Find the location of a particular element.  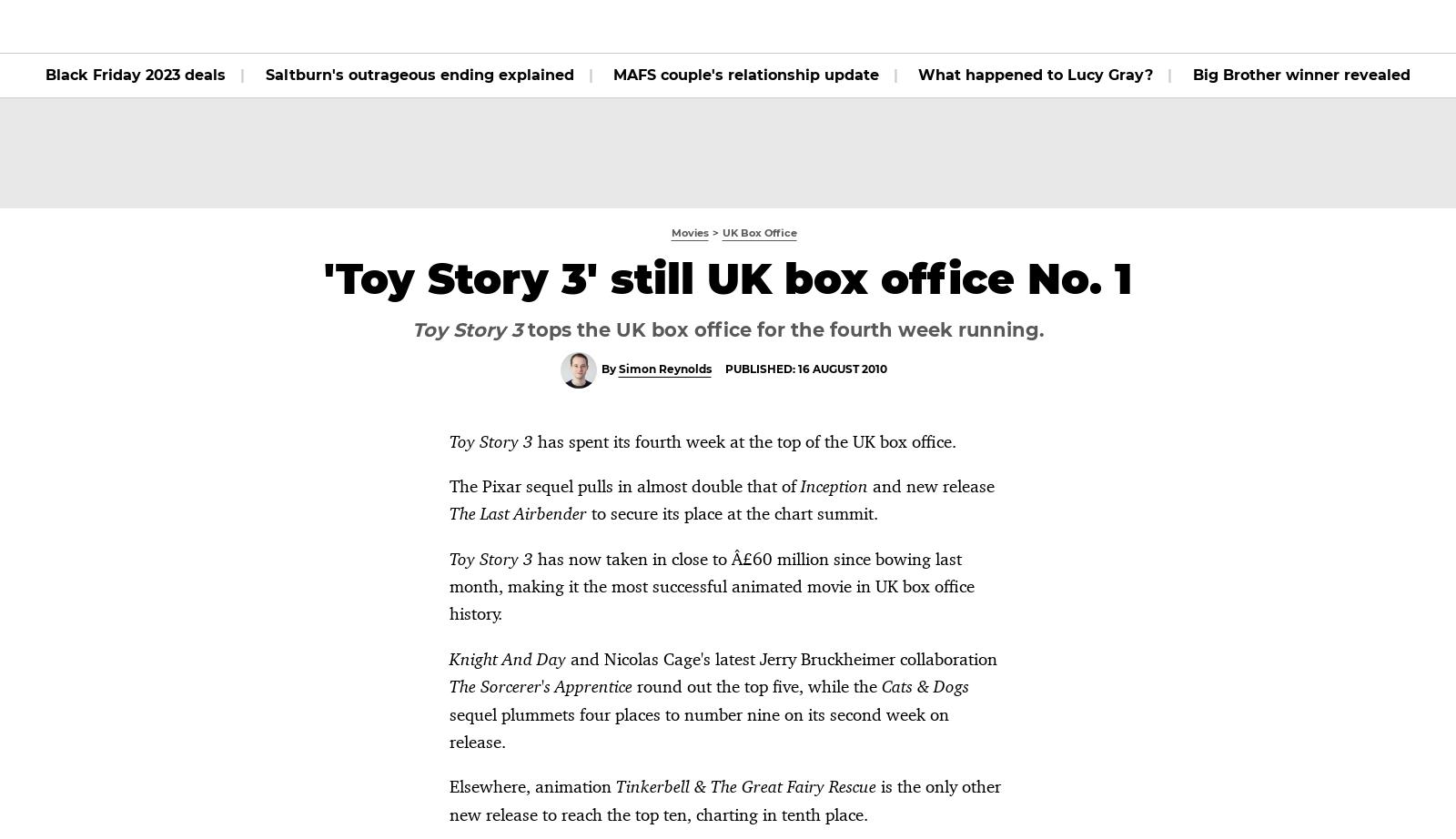

'Everest climbs to UK box office summit' is located at coordinates (308, 330).